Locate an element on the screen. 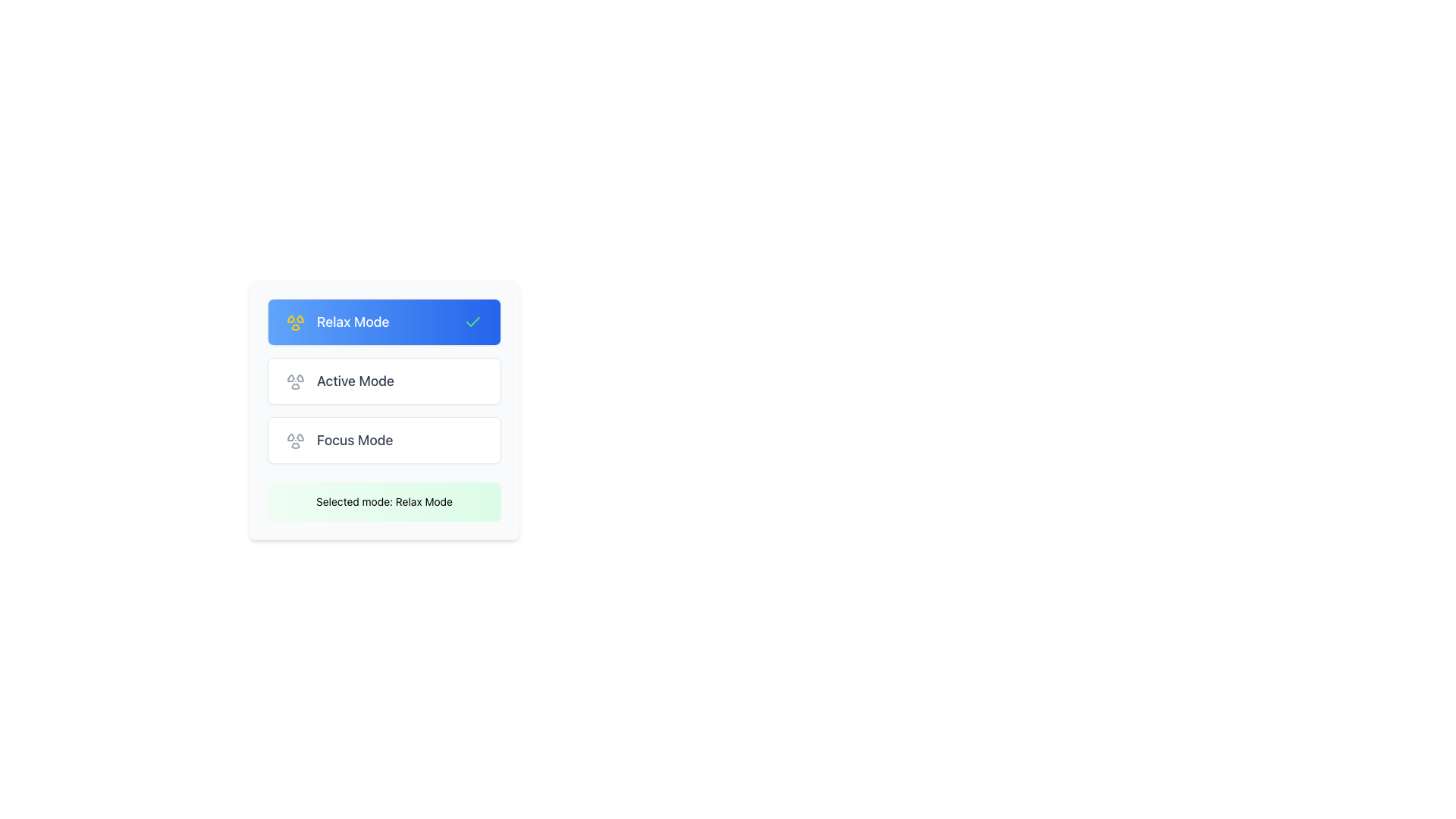 The height and width of the screenshot is (819, 1456). displayed text 'Selected mode: Relax Mode' from the text label with a light green gradient background located at the bottom of the selectable options is located at coordinates (384, 502).